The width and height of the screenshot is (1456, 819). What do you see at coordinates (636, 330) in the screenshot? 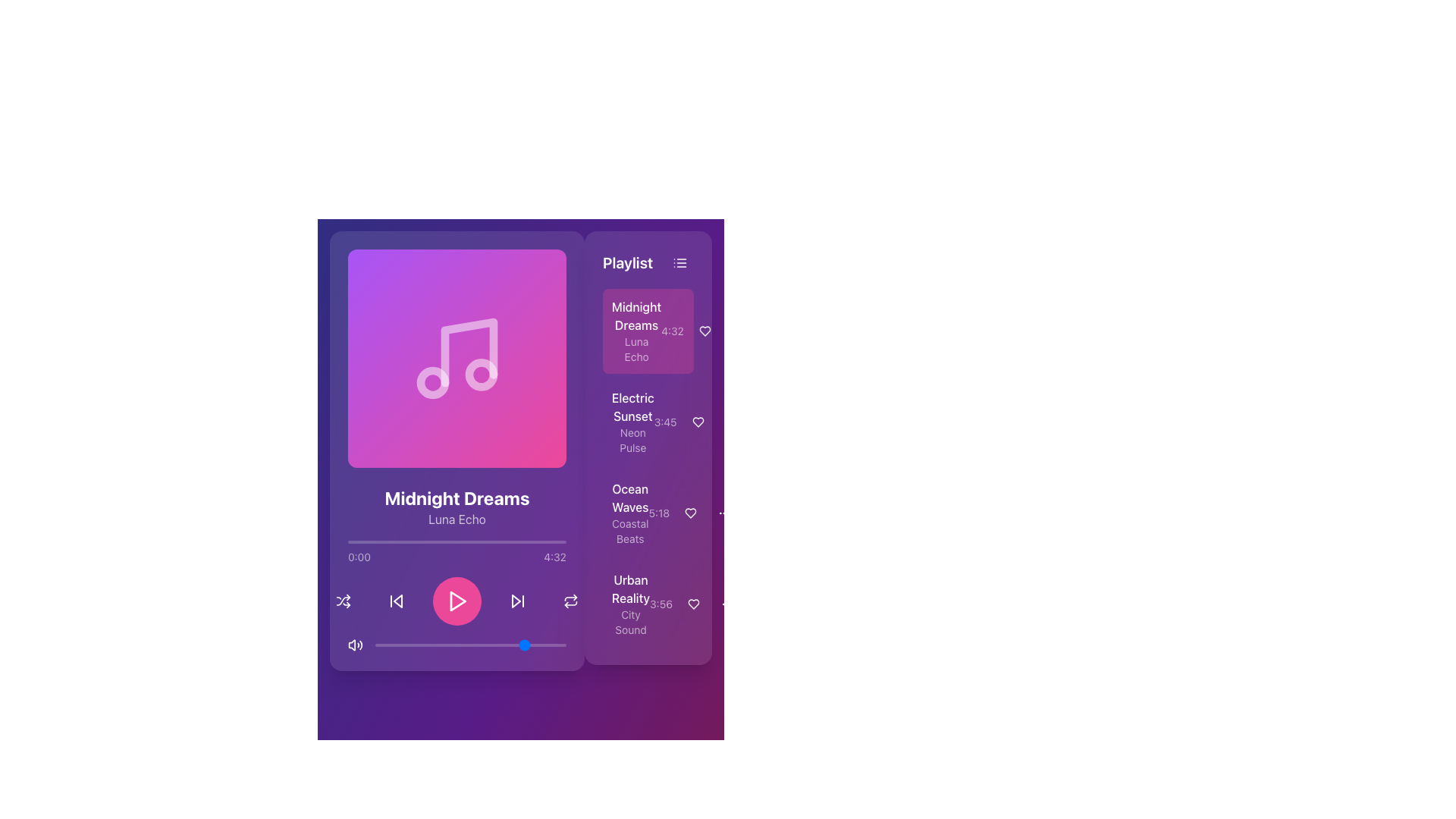
I see `text content of the display label indicating the track title 'Midnight Dreams' and details 'Luna Echo', located in the right sidebar at the top of the playlist section` at bounding box center [636, 330].